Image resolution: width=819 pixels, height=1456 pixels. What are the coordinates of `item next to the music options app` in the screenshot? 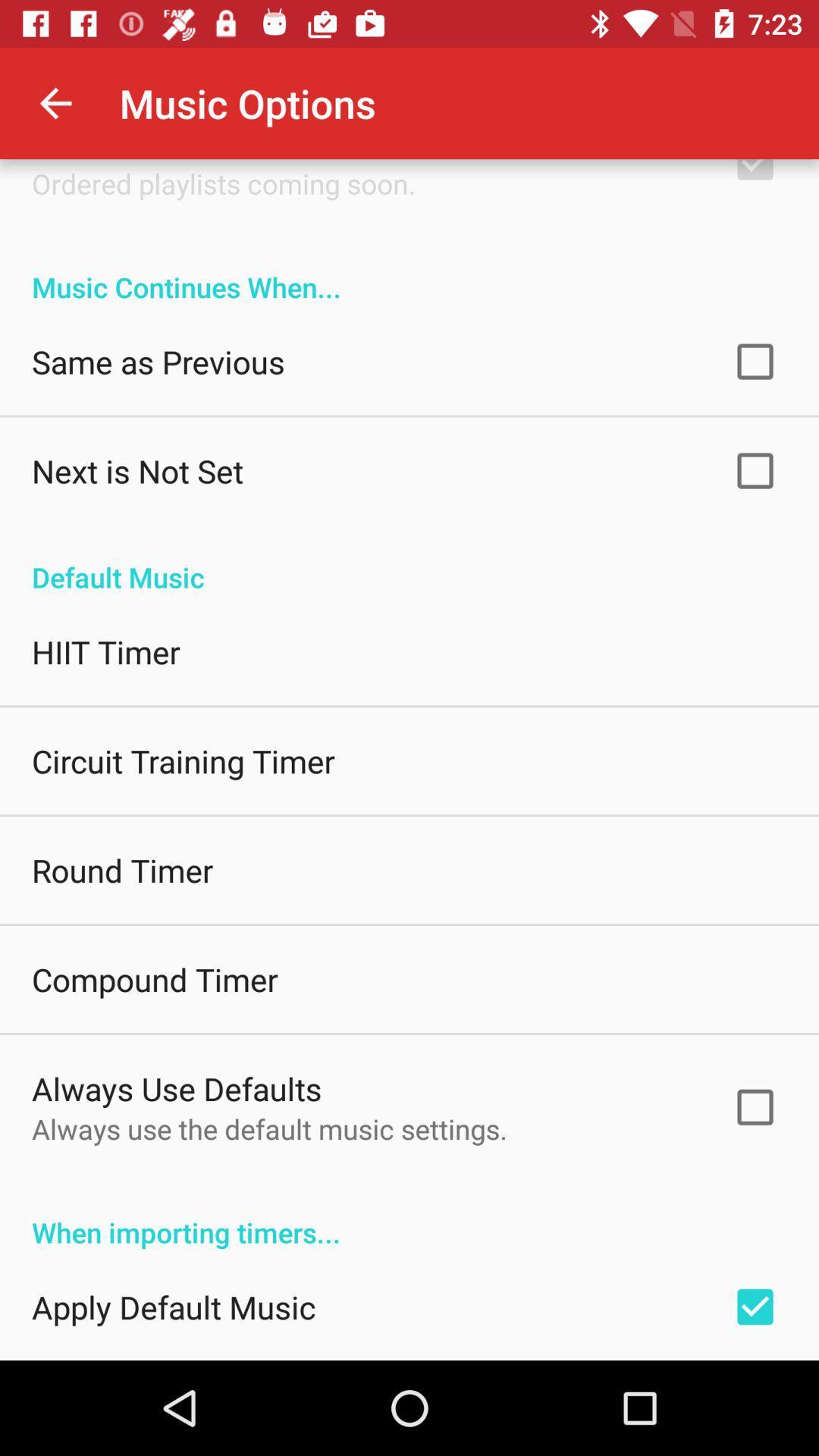 It's located at (55, 102).